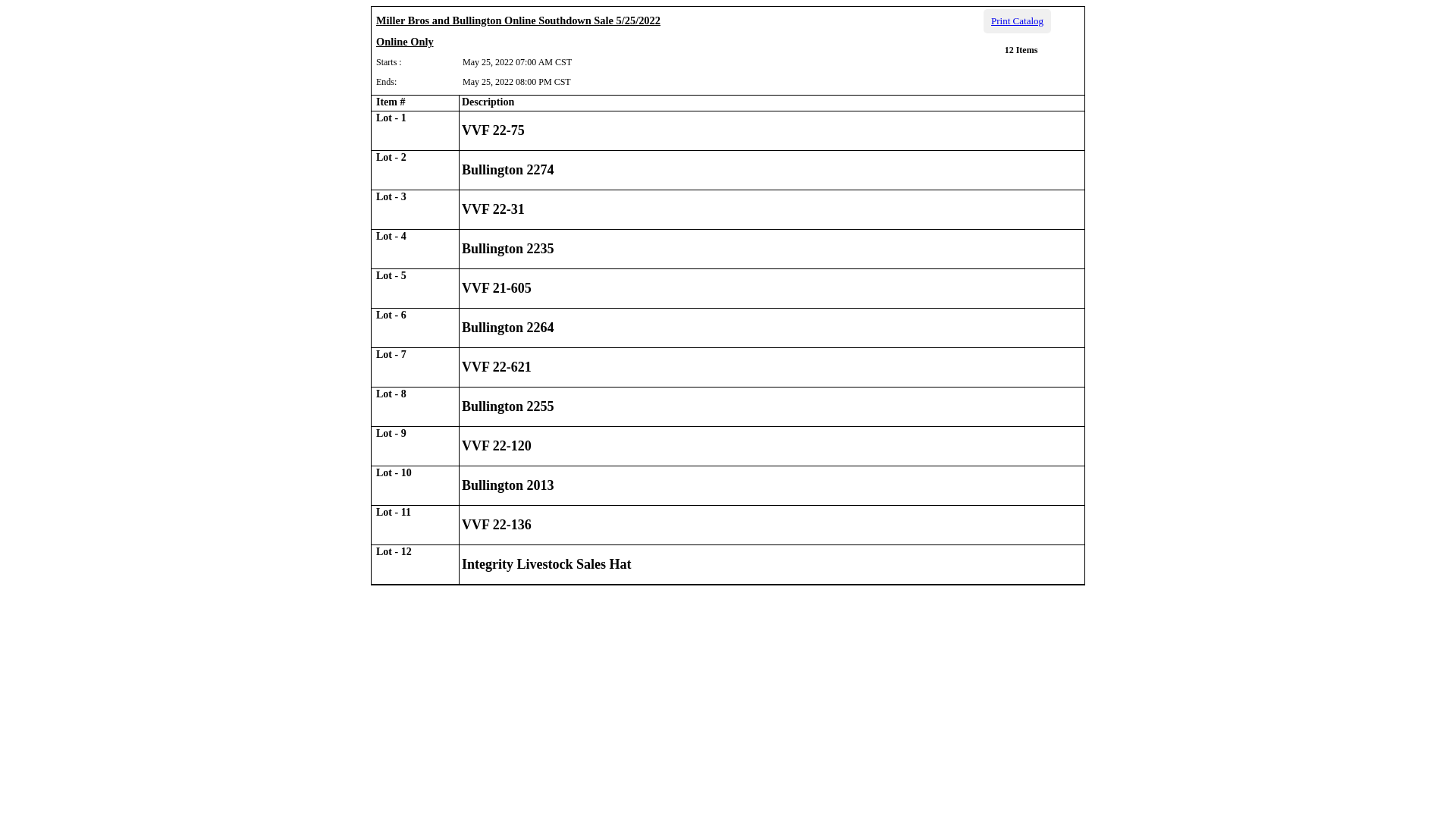 The width and height of the screenshot is (1456, 819). I want to click on 'Print Catalog', so click(983, 20).